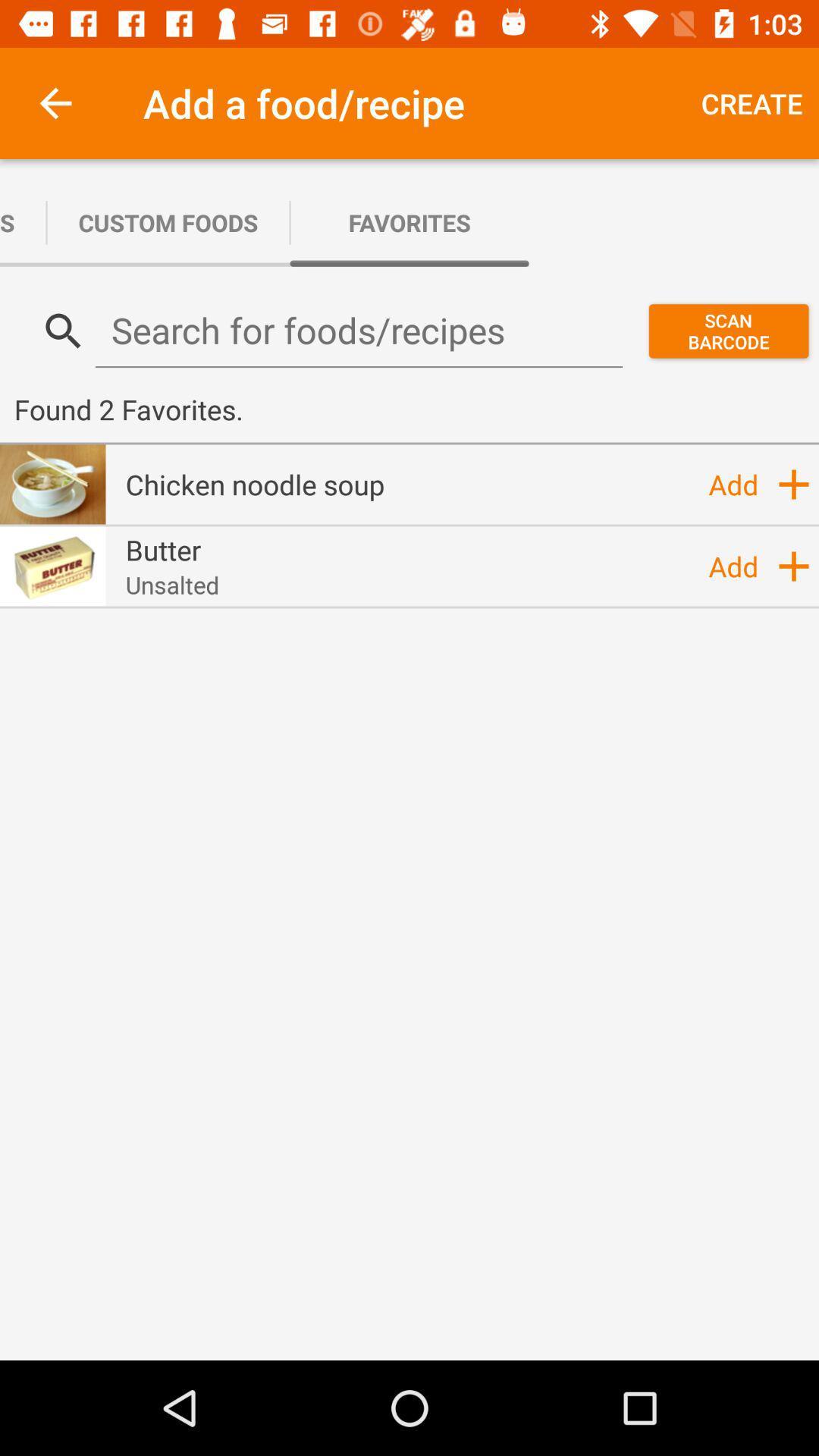 The image size is (819, 1456). What do you see at coordinates (163, 549) in the screenshot?
I see `icon above unsalted` at bounding box center [163, 549].